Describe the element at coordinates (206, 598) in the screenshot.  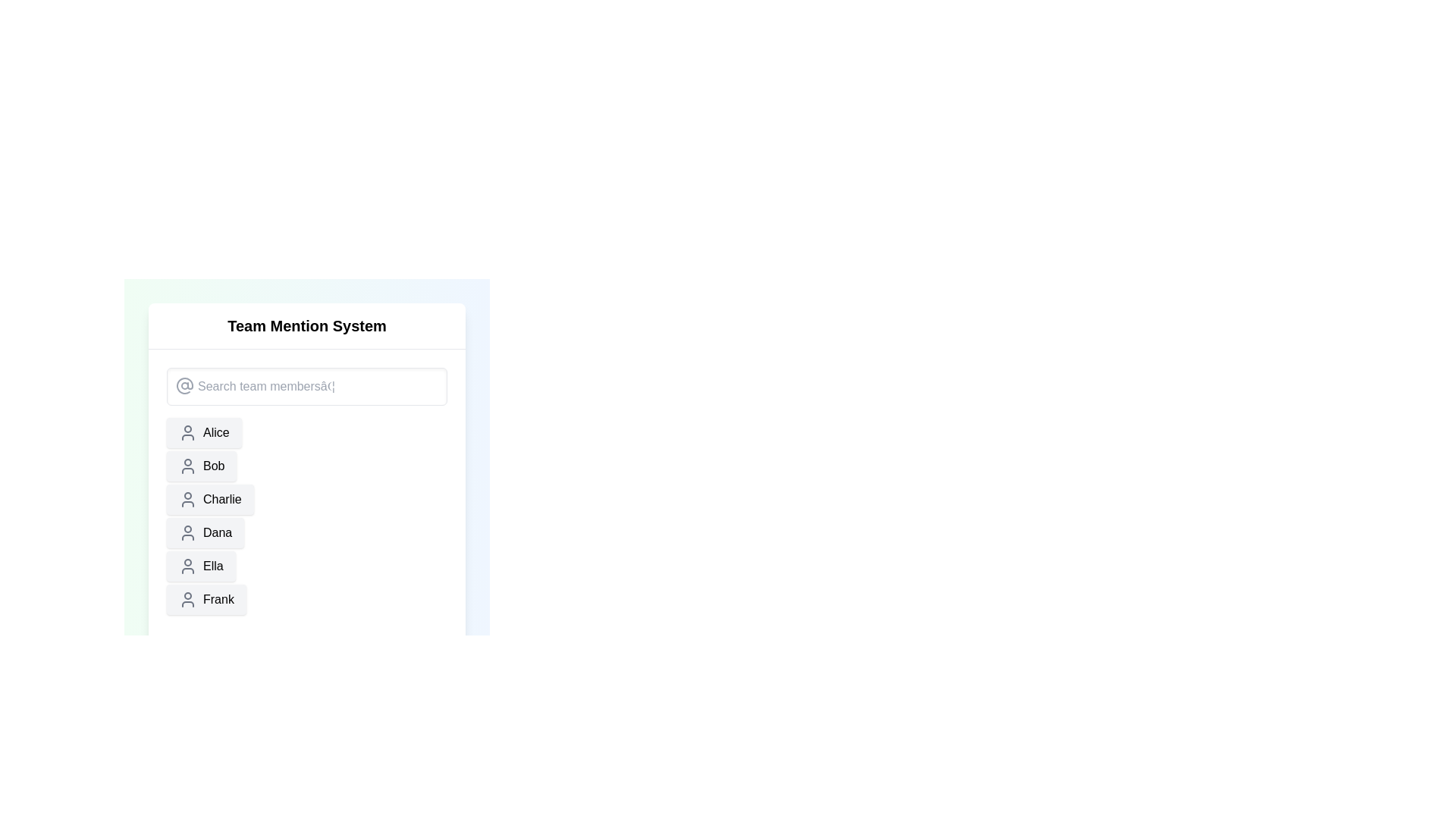
I see `the button labeled 'Frank' at the bottom of the user list` at that location.